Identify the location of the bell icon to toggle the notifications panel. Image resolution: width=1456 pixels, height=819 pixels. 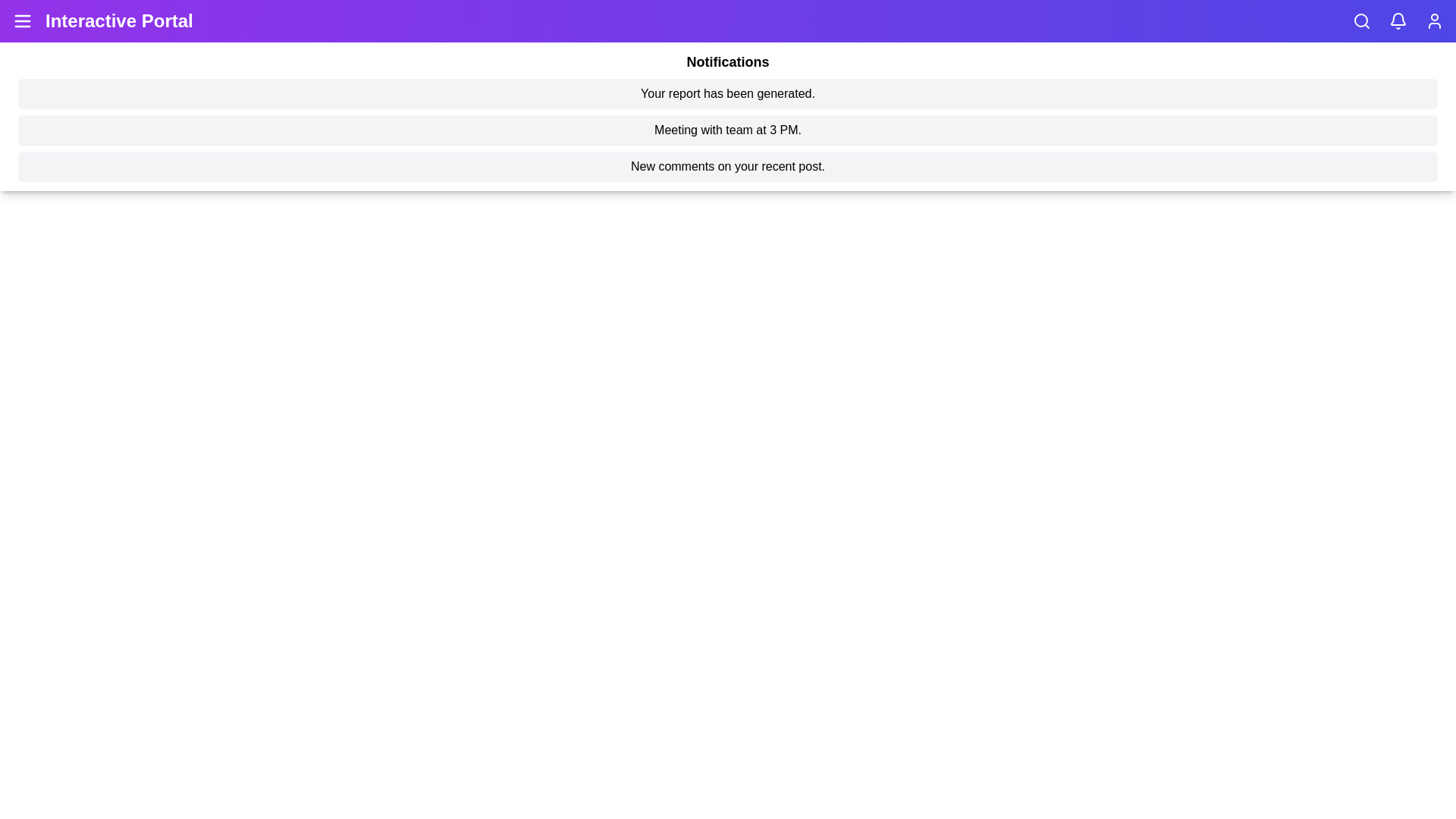
(1397, 20).